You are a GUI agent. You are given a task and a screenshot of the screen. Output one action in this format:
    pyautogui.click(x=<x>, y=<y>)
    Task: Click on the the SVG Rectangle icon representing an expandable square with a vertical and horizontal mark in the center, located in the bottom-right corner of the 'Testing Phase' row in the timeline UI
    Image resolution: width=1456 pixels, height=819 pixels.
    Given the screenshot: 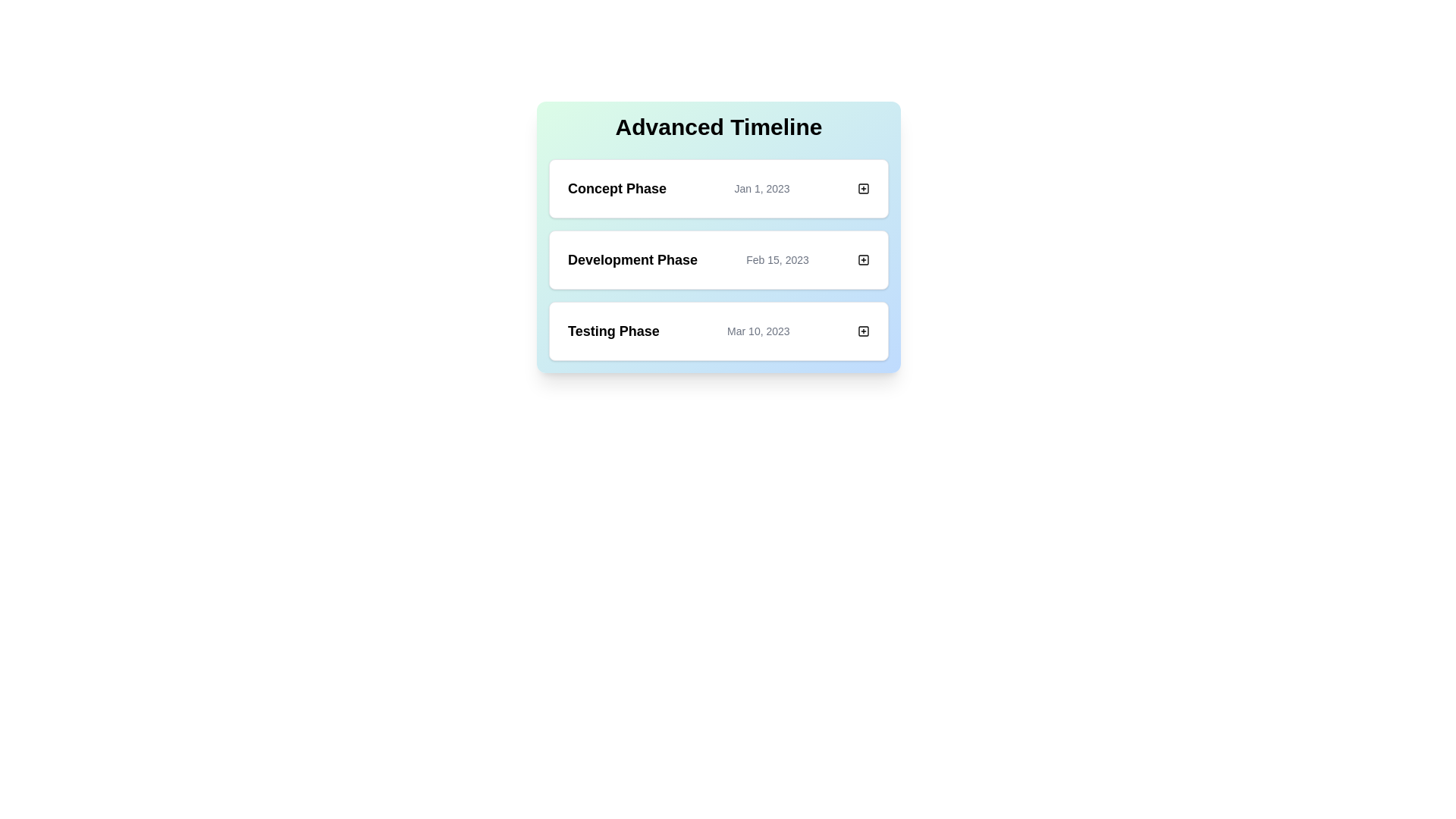 What is the action you would take?
    pyautogui.click(x=863, y=330)
    